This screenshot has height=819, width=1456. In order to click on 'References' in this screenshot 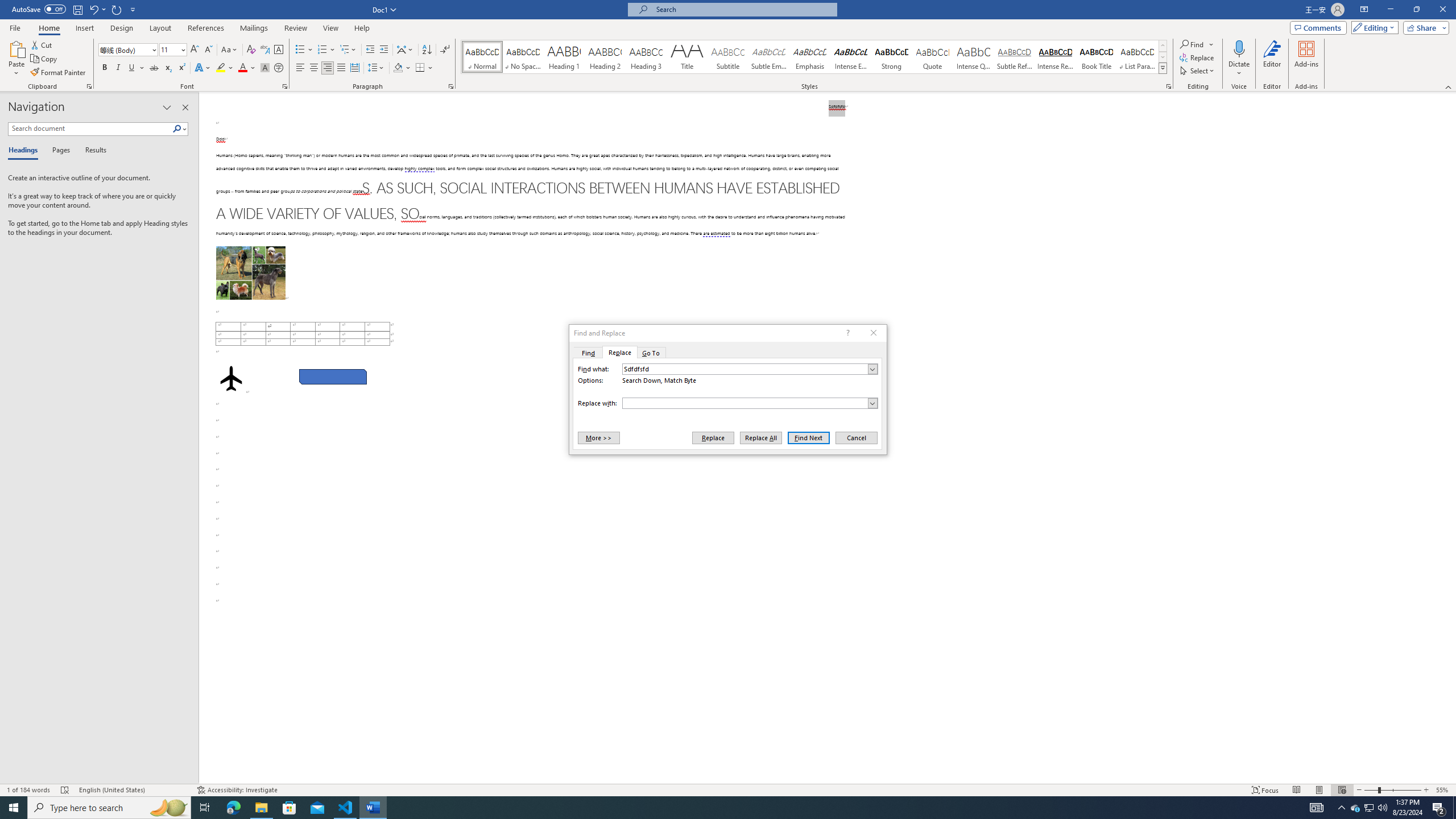, I will do `click(206, 28)`.